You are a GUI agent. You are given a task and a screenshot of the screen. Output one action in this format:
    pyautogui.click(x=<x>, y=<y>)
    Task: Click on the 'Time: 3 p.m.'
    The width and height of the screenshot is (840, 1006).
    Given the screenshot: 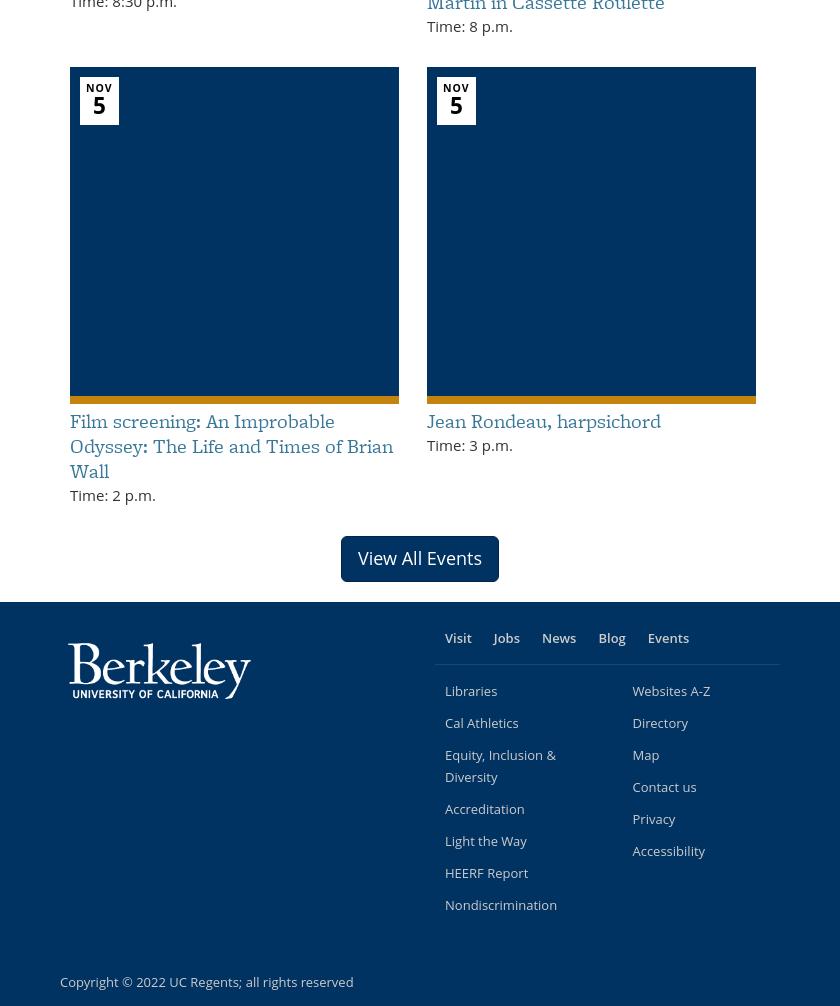 What is the action you would take?
    pyautogui.click(x=469, y=443)
    